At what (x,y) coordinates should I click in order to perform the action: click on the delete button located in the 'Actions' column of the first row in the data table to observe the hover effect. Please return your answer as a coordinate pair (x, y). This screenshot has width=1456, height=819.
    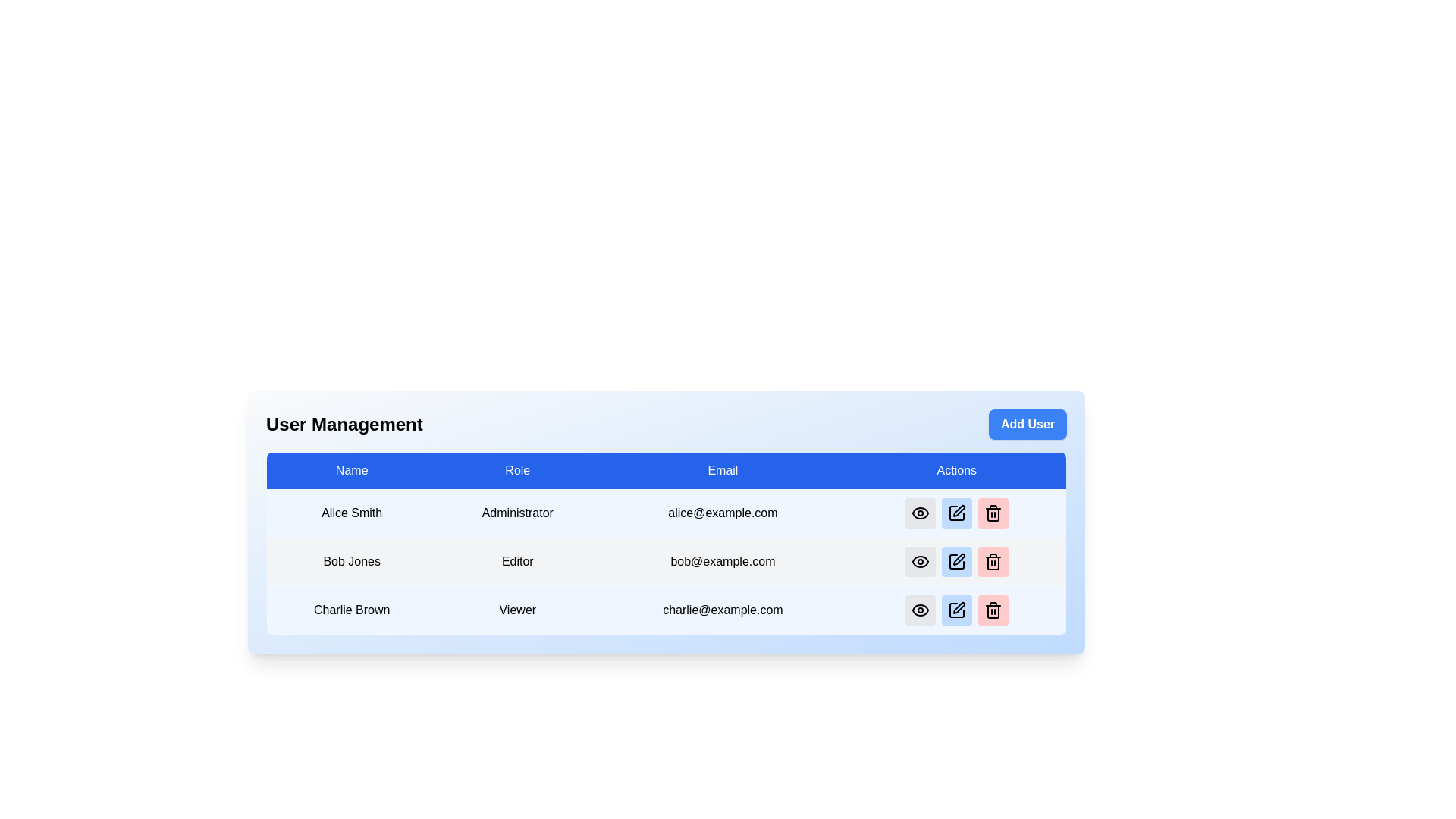
    Looking at the image, I should click on (993, 513).